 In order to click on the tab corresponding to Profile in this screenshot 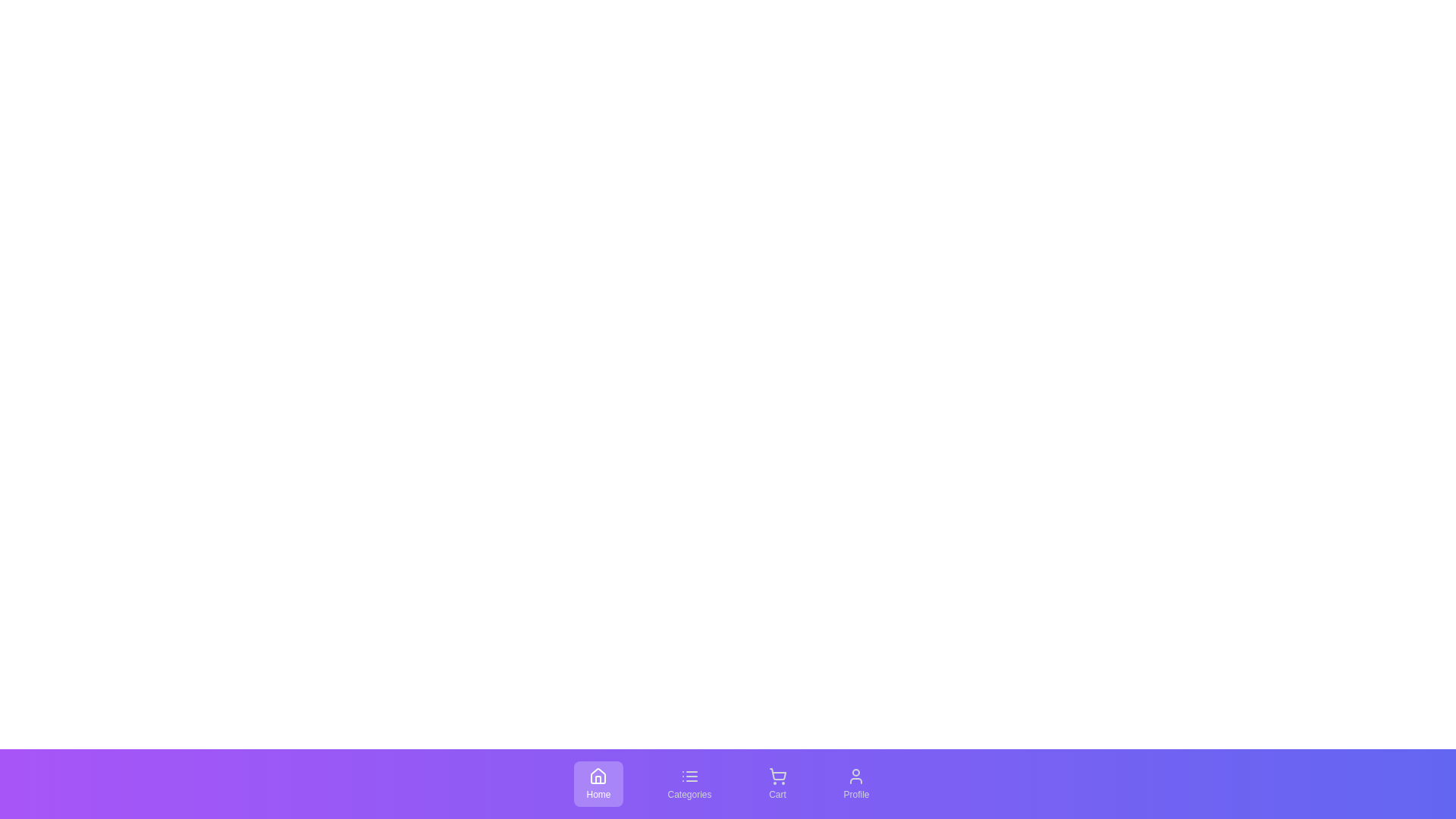, I will do `click(856, 783)`.